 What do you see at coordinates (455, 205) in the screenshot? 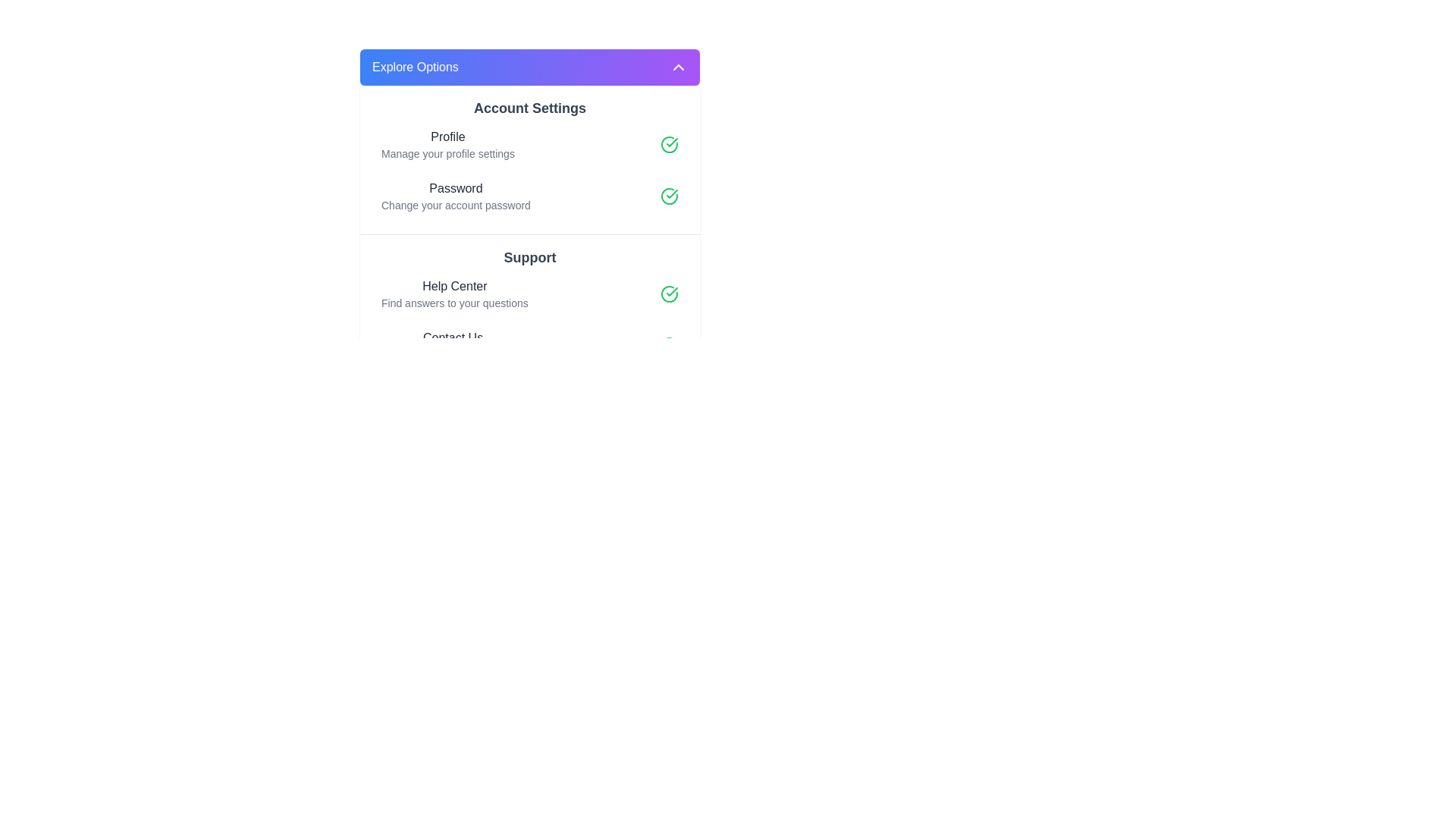
I see `the descriptive text element located beneath the 'Password' label in the 'Account Settings' section, which provides information about changing the account password` at bounding box center [455, 205].